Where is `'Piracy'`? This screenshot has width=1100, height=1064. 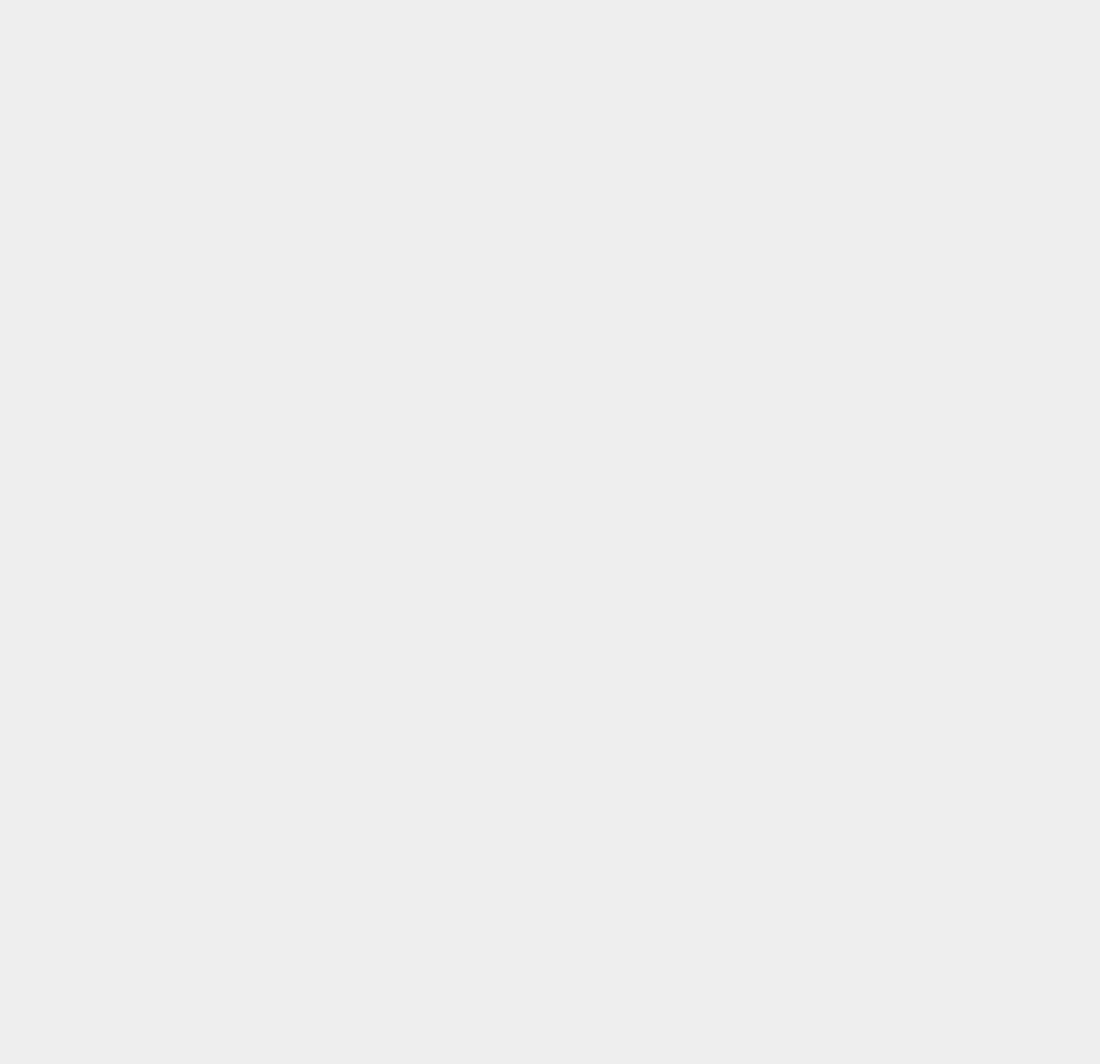
'Piracy' is located at coordinates (778, 217).